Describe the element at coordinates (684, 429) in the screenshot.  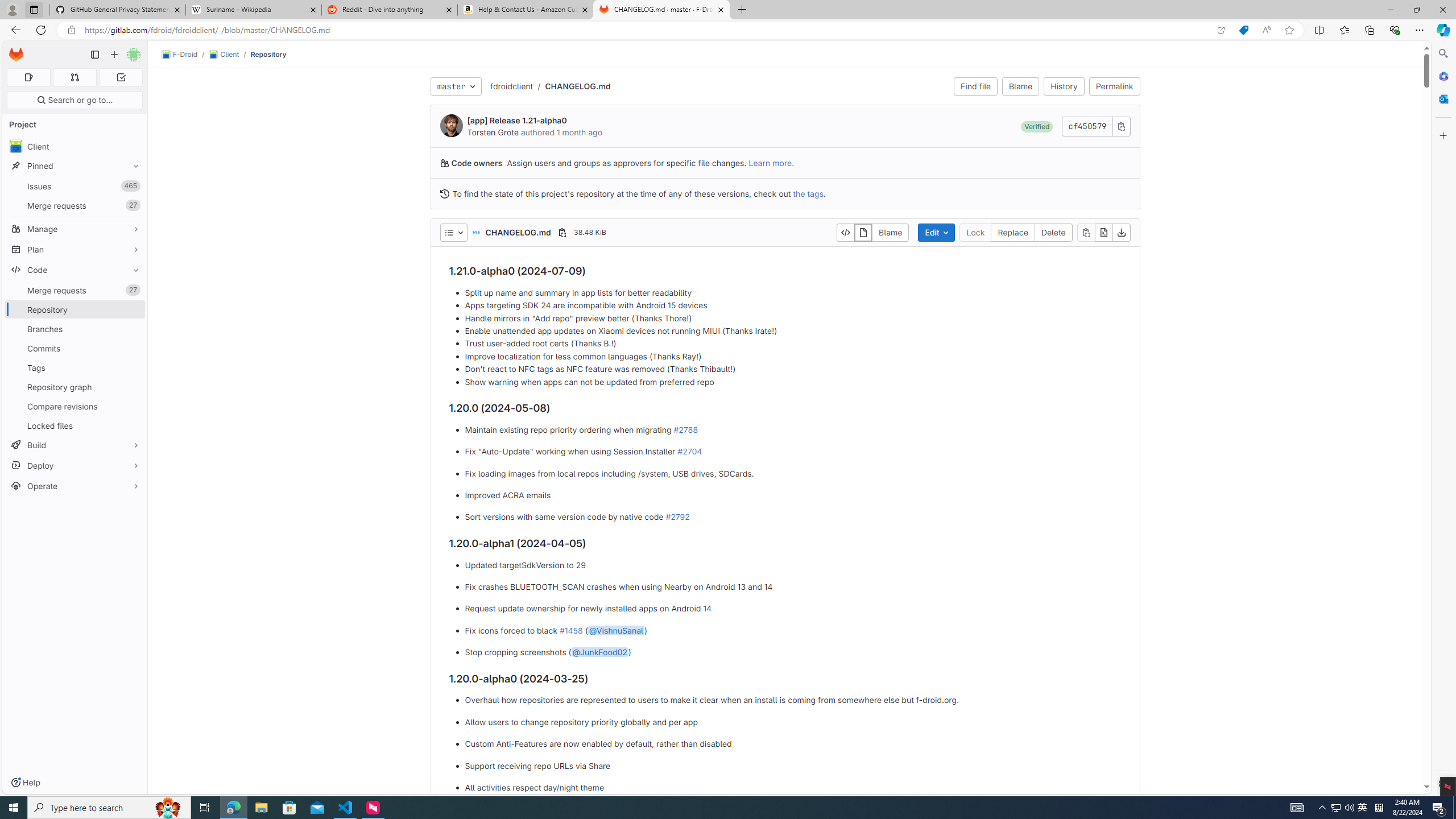
I see `'#2788'` at that location.